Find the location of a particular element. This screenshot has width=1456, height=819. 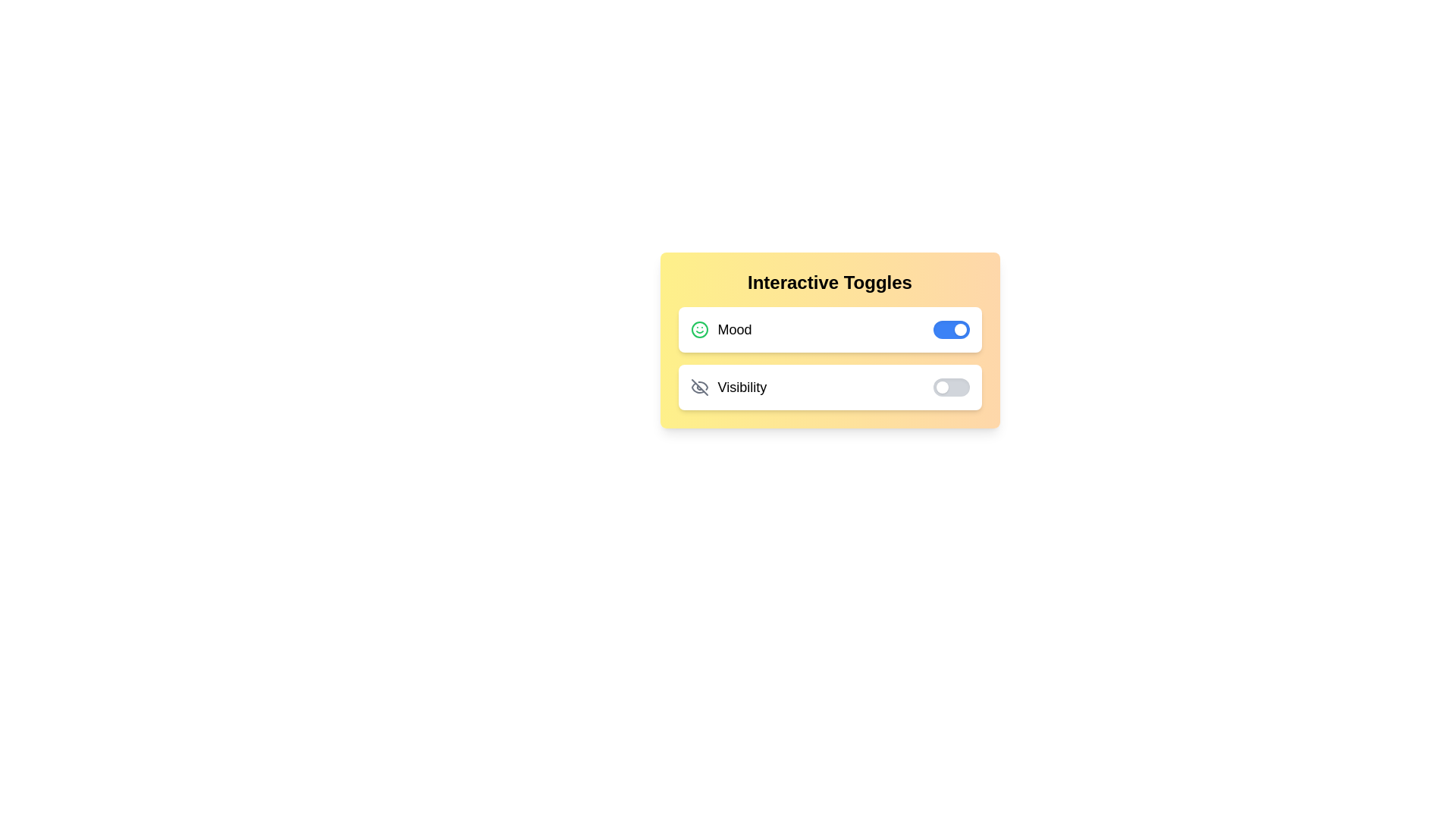

the icon corresponding to Mood to toggle its state is located at coordinates (698, 329).